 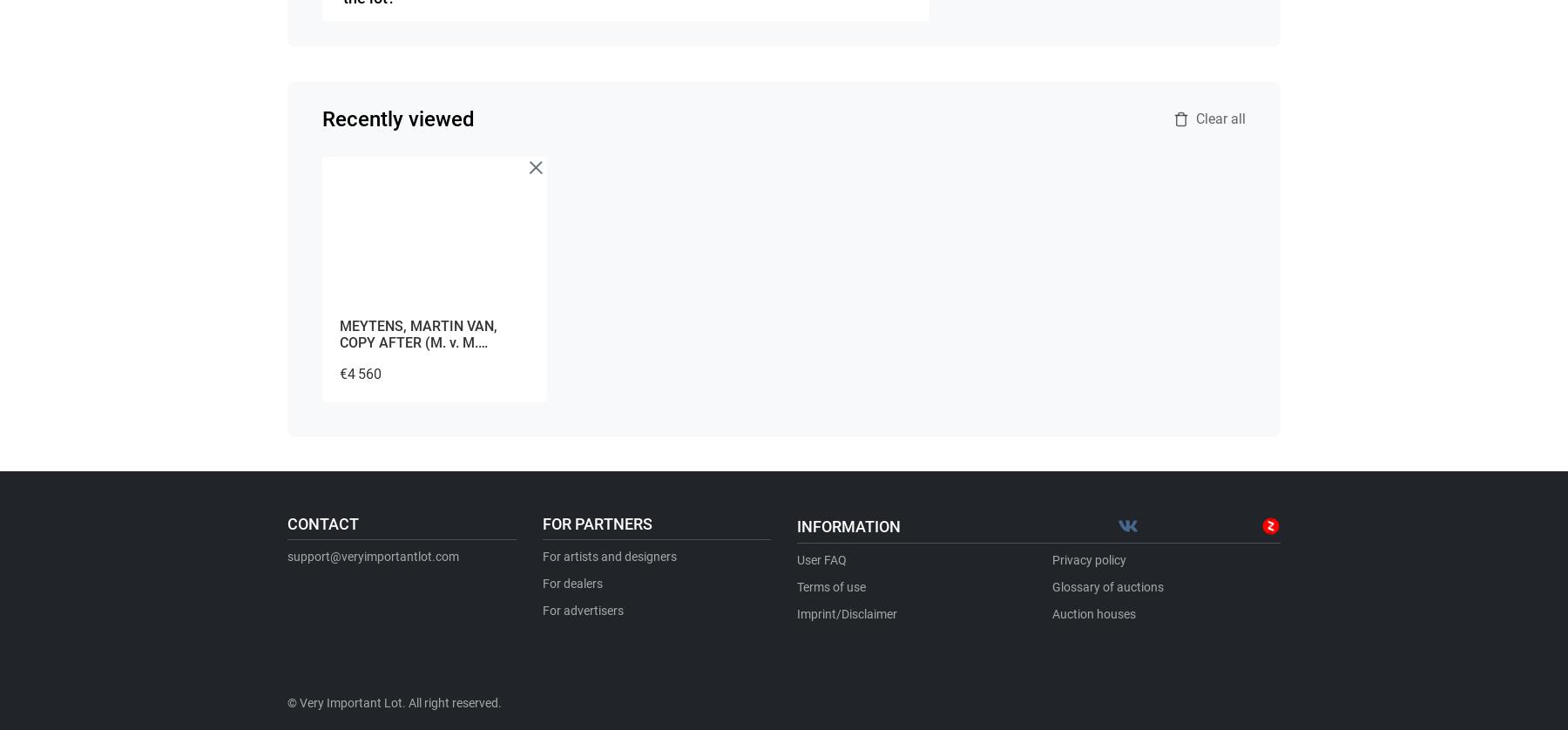 I want to click on 'MEYTENS, MARTIN VAN, COPY AFTER (M. v. M. Stockholm 1695-1770 Vienna)', so click(x=340, y=341).